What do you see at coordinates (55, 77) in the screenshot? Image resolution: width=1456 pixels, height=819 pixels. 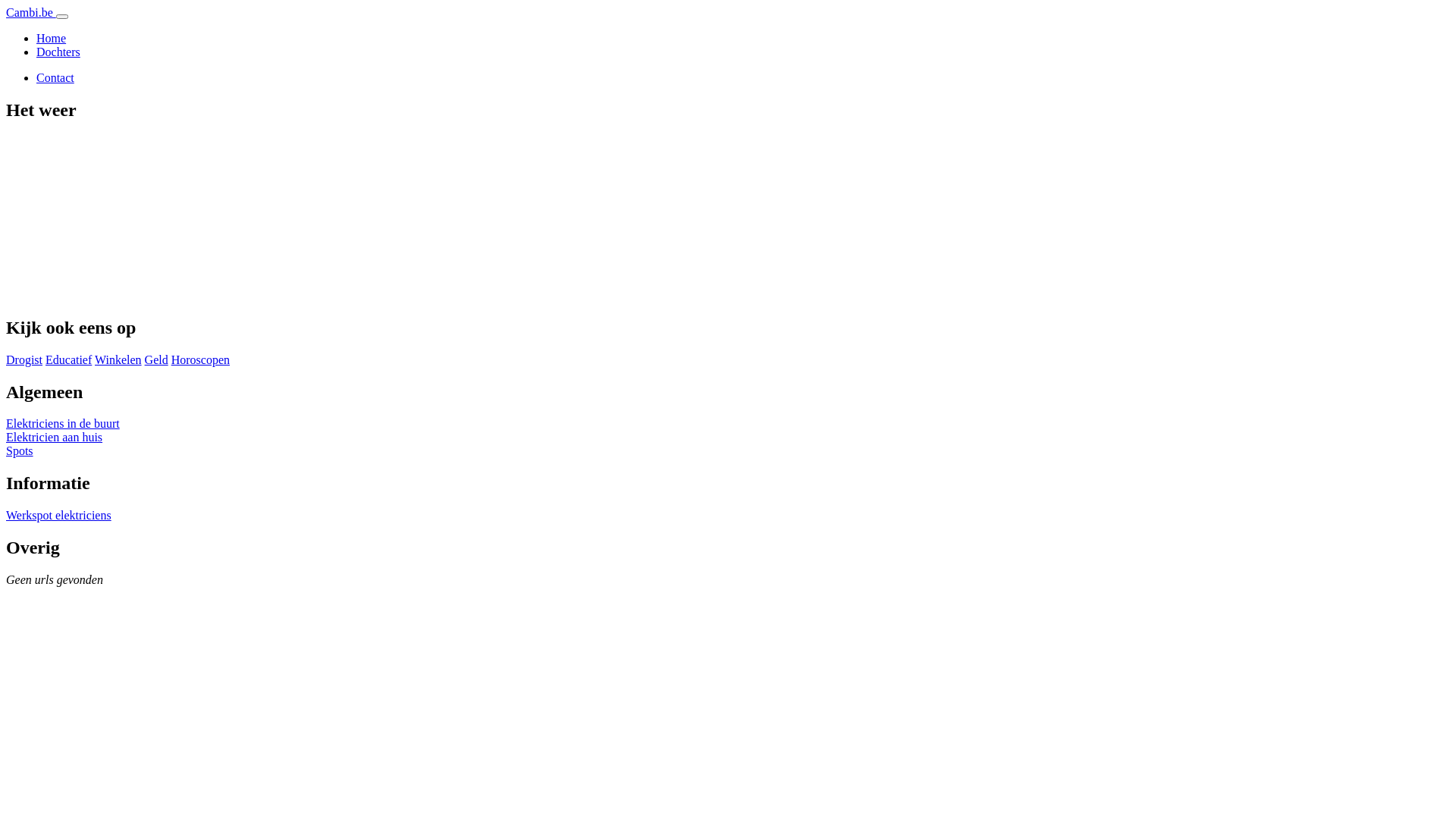 I see `'Contact'` at bounding box center [55, 77].